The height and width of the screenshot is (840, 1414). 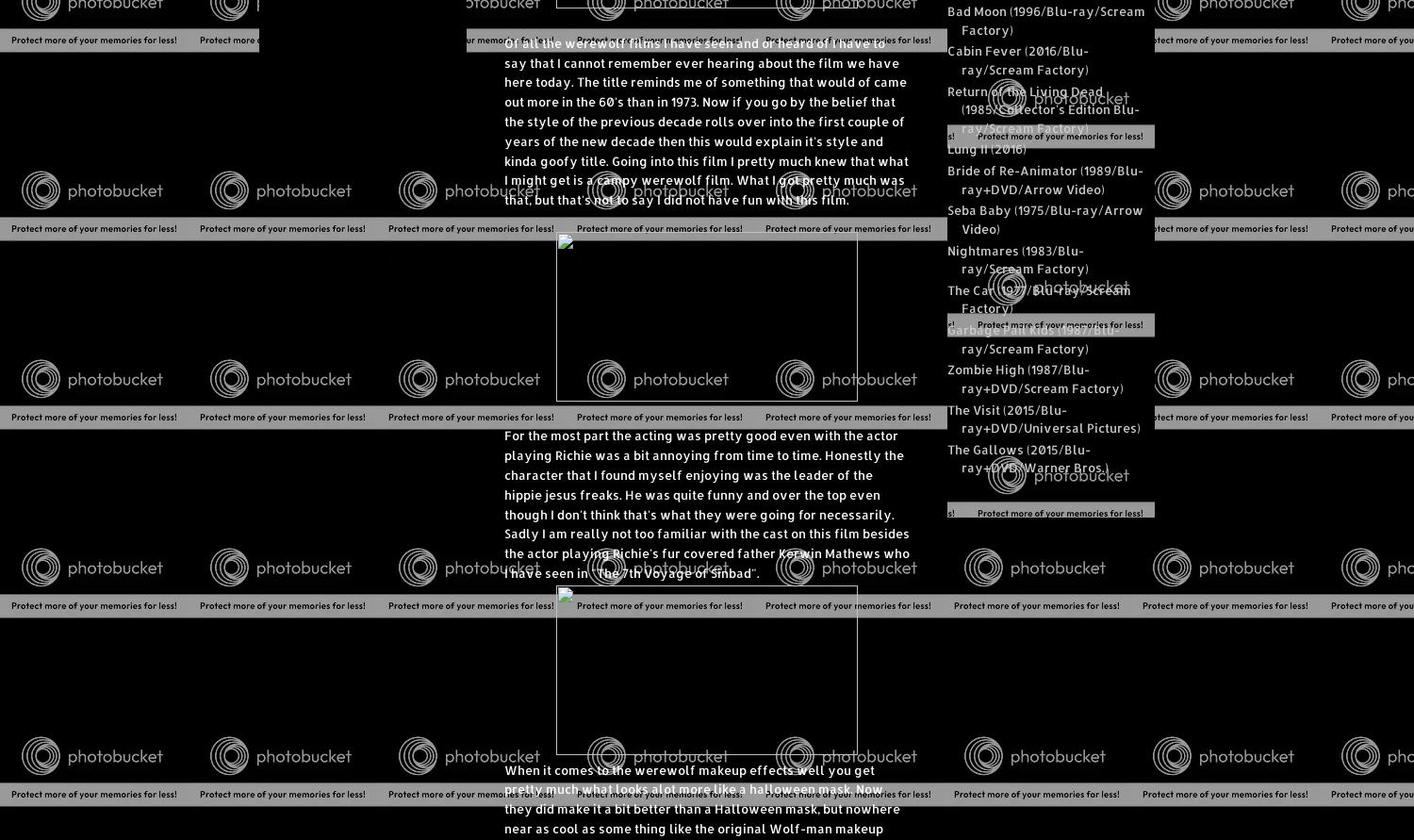 What do you see at coordinates (947, 107) in the screenshot?
I see `'Return of the Living Dead (1985/Collector's Edition Blu-ray/Scream Factory)'` at bounding box center [947, 107].